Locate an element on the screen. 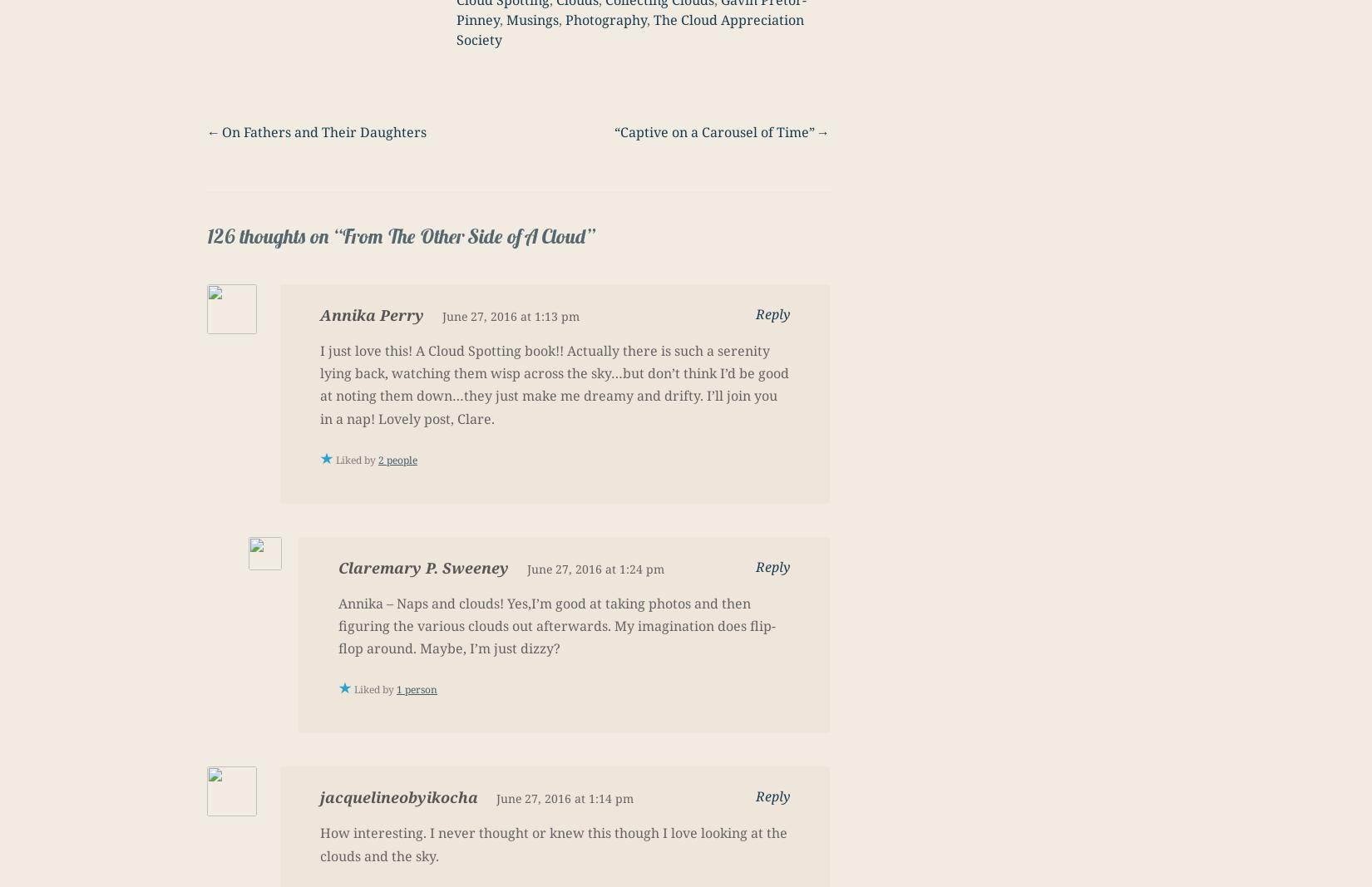  'Annika – Naps and clouds! Yes,I’m good at taking photos and then figuring the various clouds out afterwards. My imagination does flip-flop around. Maybe, I’m just dizzy?' is located at coordinates (556, 624).